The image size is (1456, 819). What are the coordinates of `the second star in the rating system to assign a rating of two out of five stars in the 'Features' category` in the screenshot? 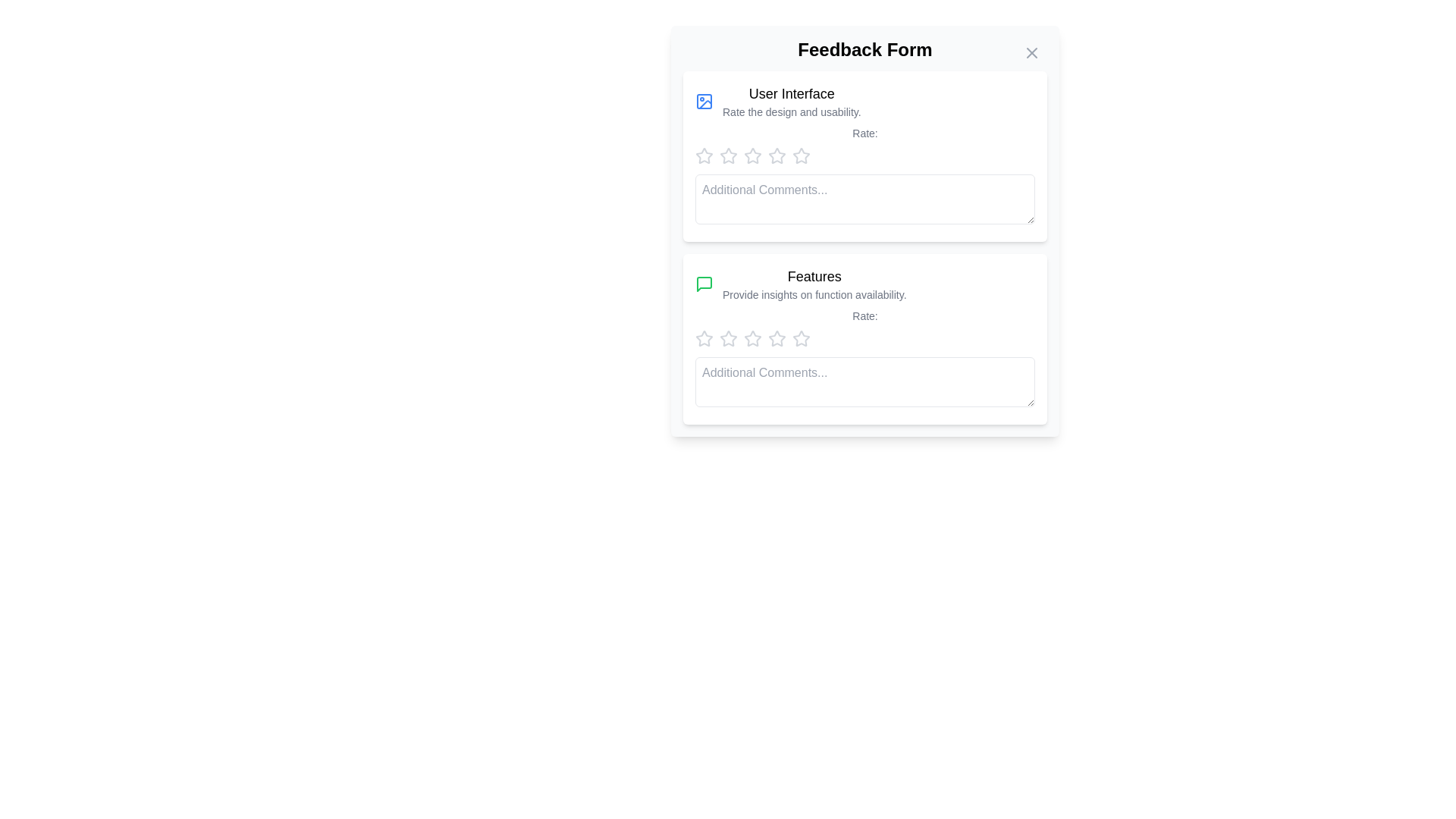 It's located at (752, 337).